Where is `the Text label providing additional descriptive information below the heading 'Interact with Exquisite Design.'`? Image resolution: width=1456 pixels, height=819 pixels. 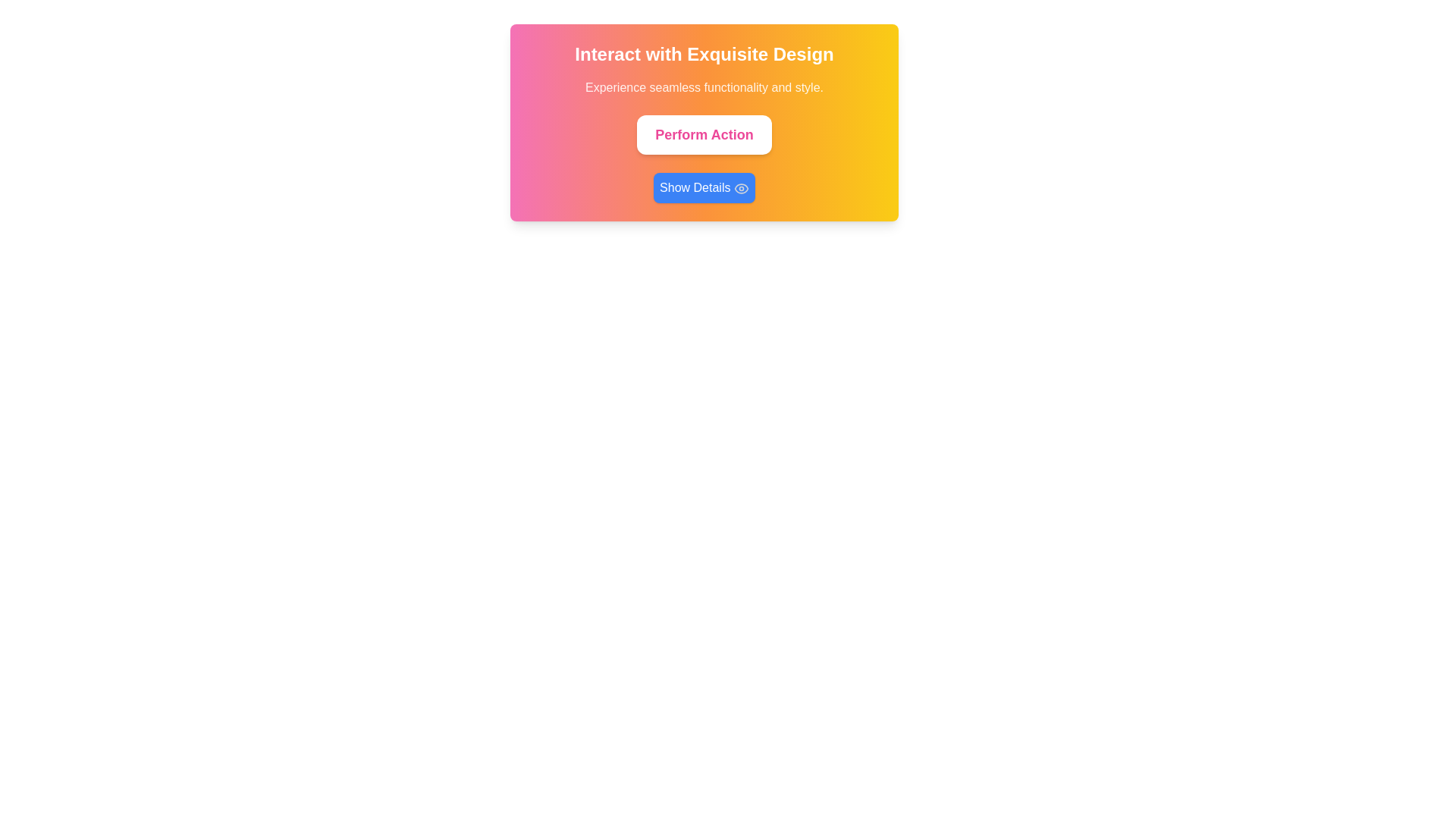
the Text label providing additional descriptive information below the heading 'Interact with Exquisite Design.' is located at coordinates (704, 87).